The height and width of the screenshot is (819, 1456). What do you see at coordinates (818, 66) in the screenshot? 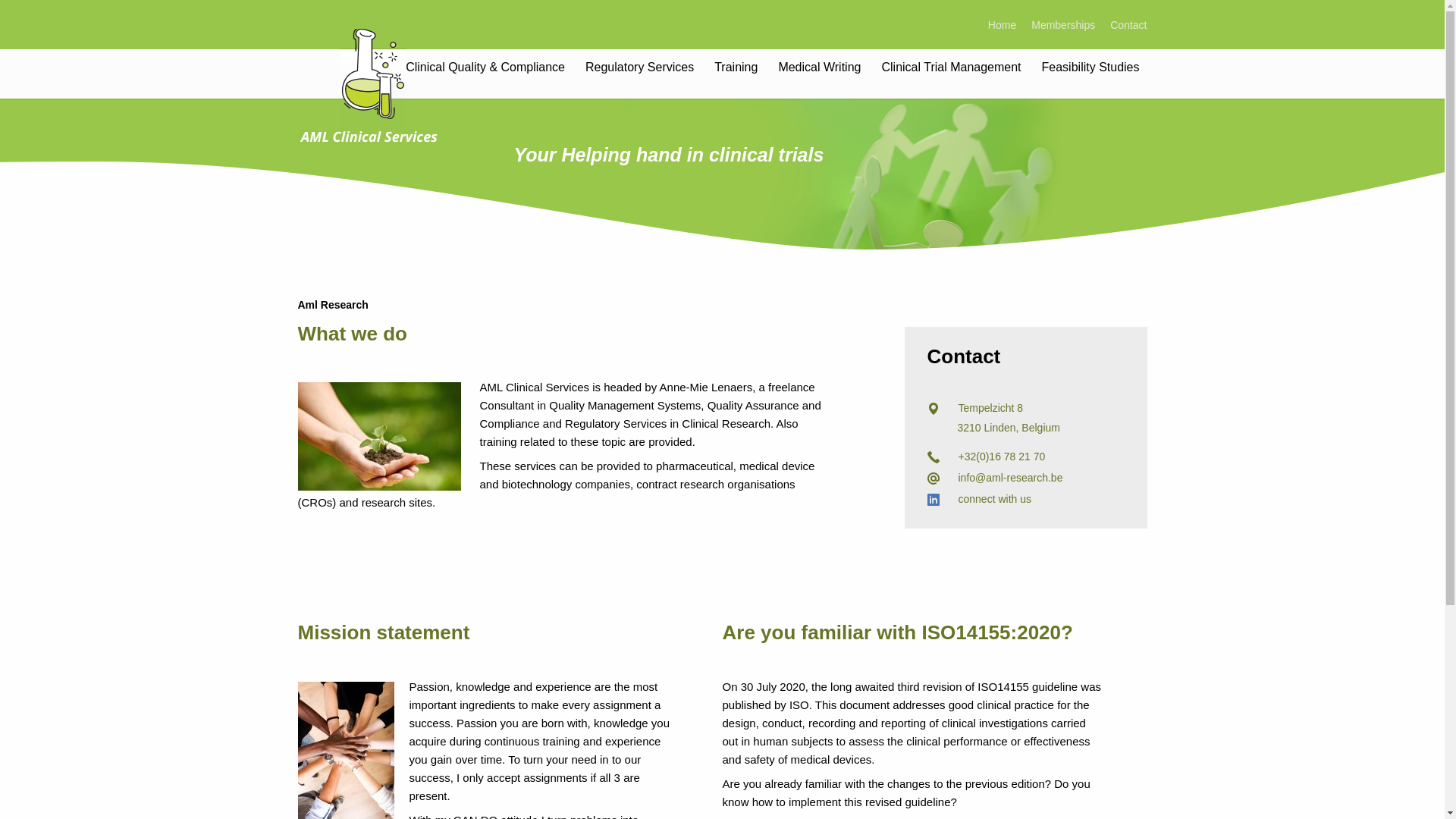
I see `'Medical Writing'` at bounding box center [818, 66].